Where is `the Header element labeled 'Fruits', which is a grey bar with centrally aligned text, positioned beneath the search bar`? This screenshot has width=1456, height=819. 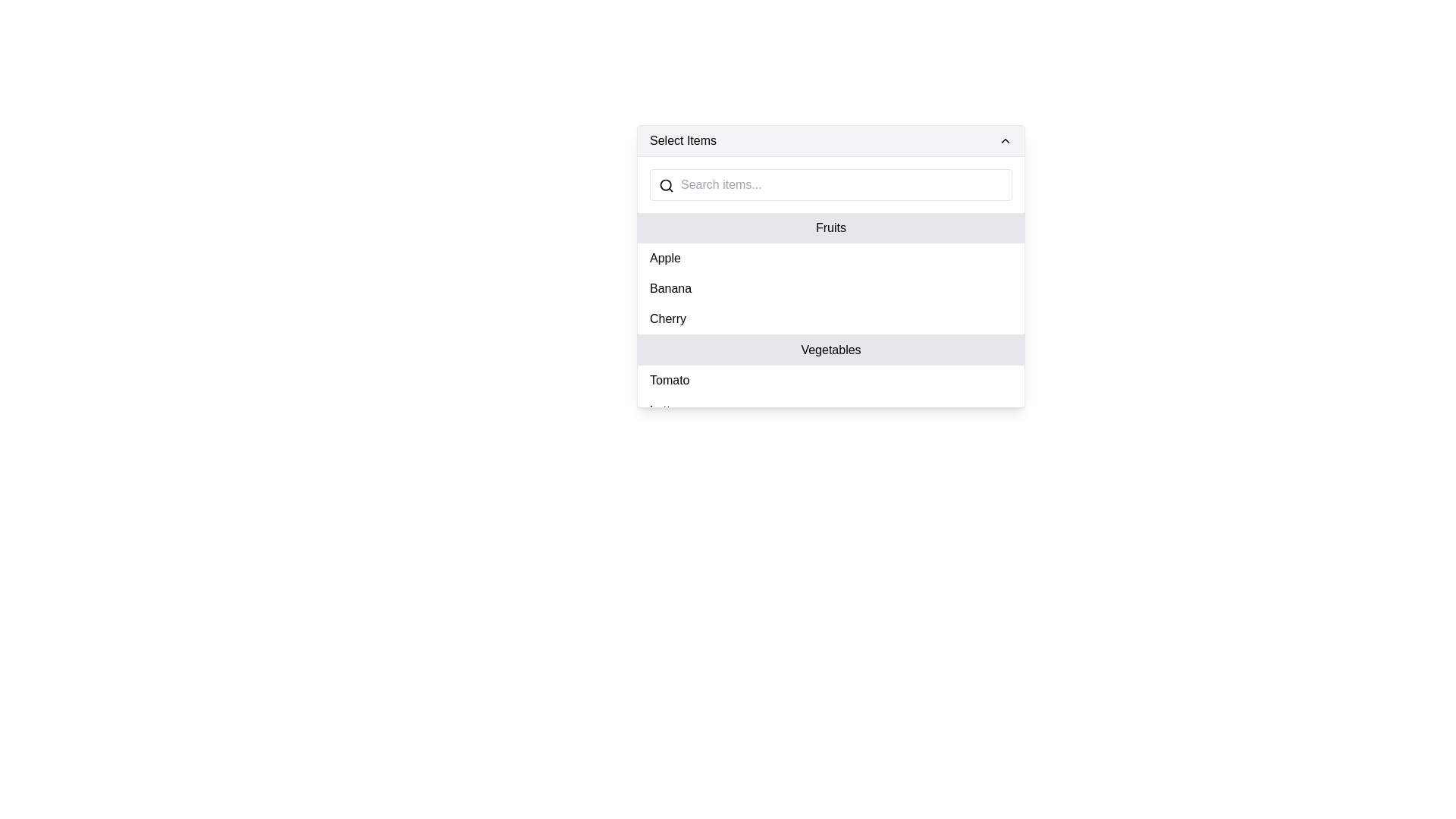 the Header element labeled 'Fruits', which is a grey bar with centrally aligned text, positioned beneath the search bar is located at coordinates (830, 227).